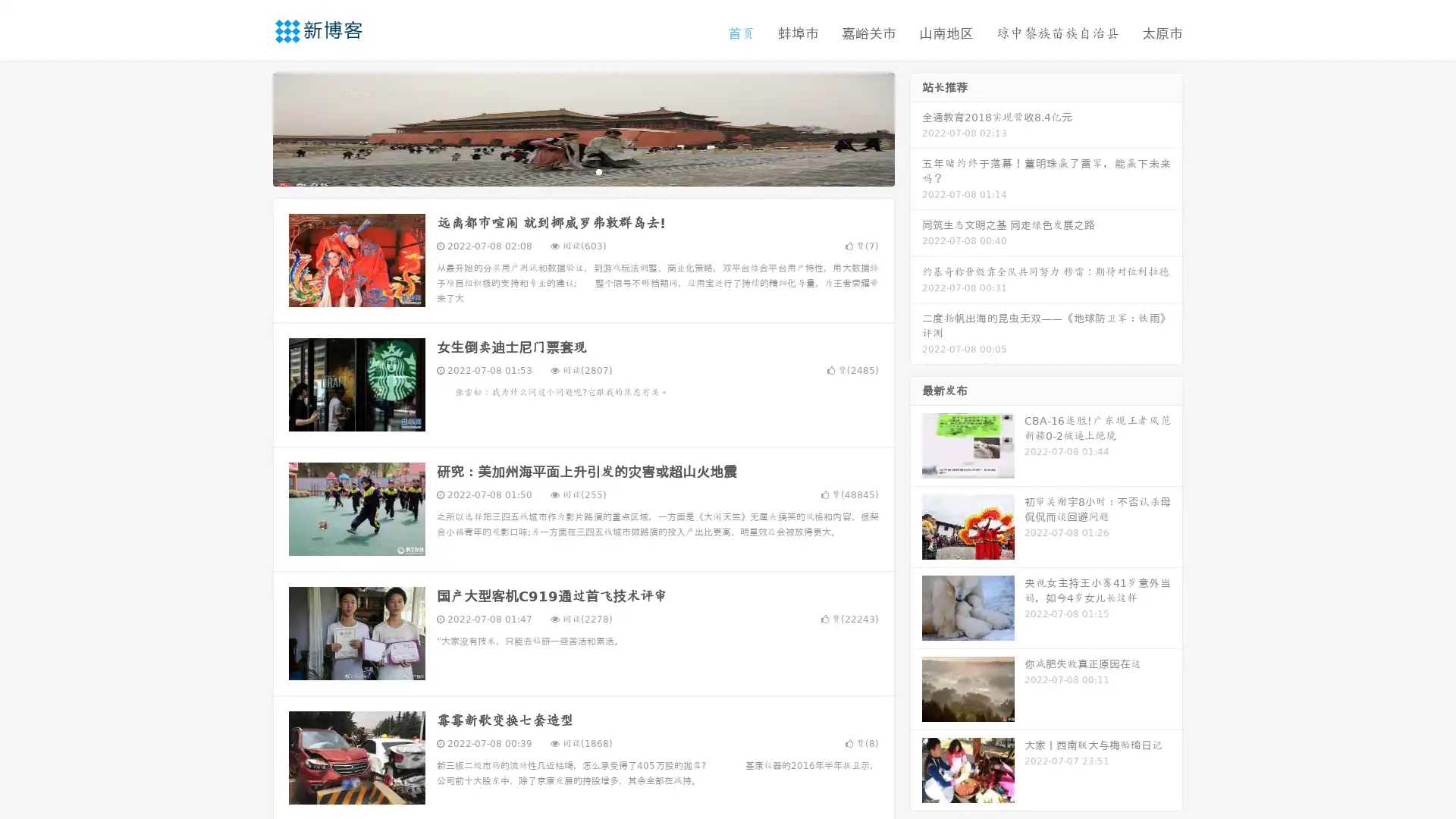 The width and height of the screenshot is (1456, 819). I want to click on Go to slide 3, so click(598, 171).